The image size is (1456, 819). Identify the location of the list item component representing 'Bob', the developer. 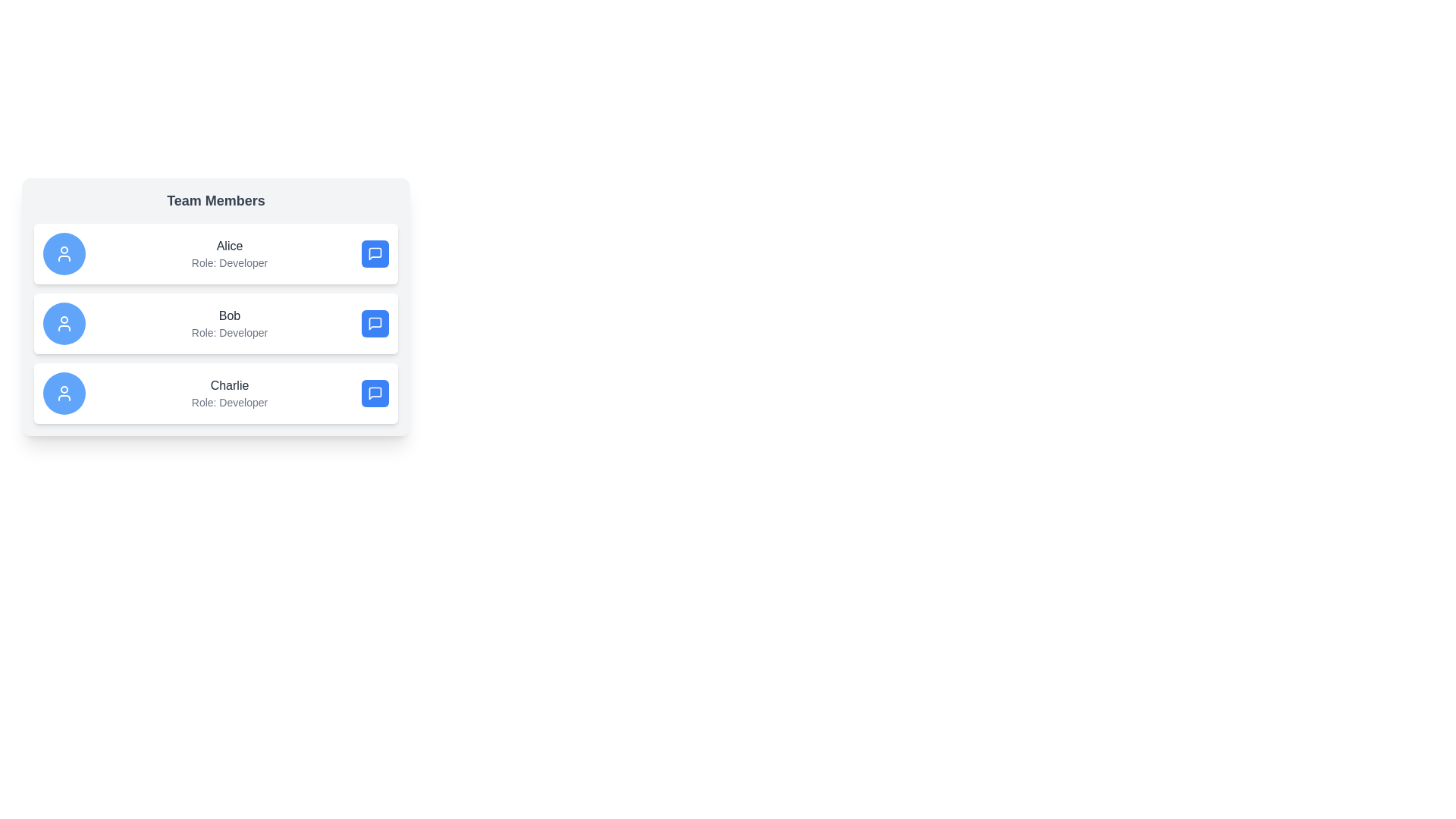
(215, 323).